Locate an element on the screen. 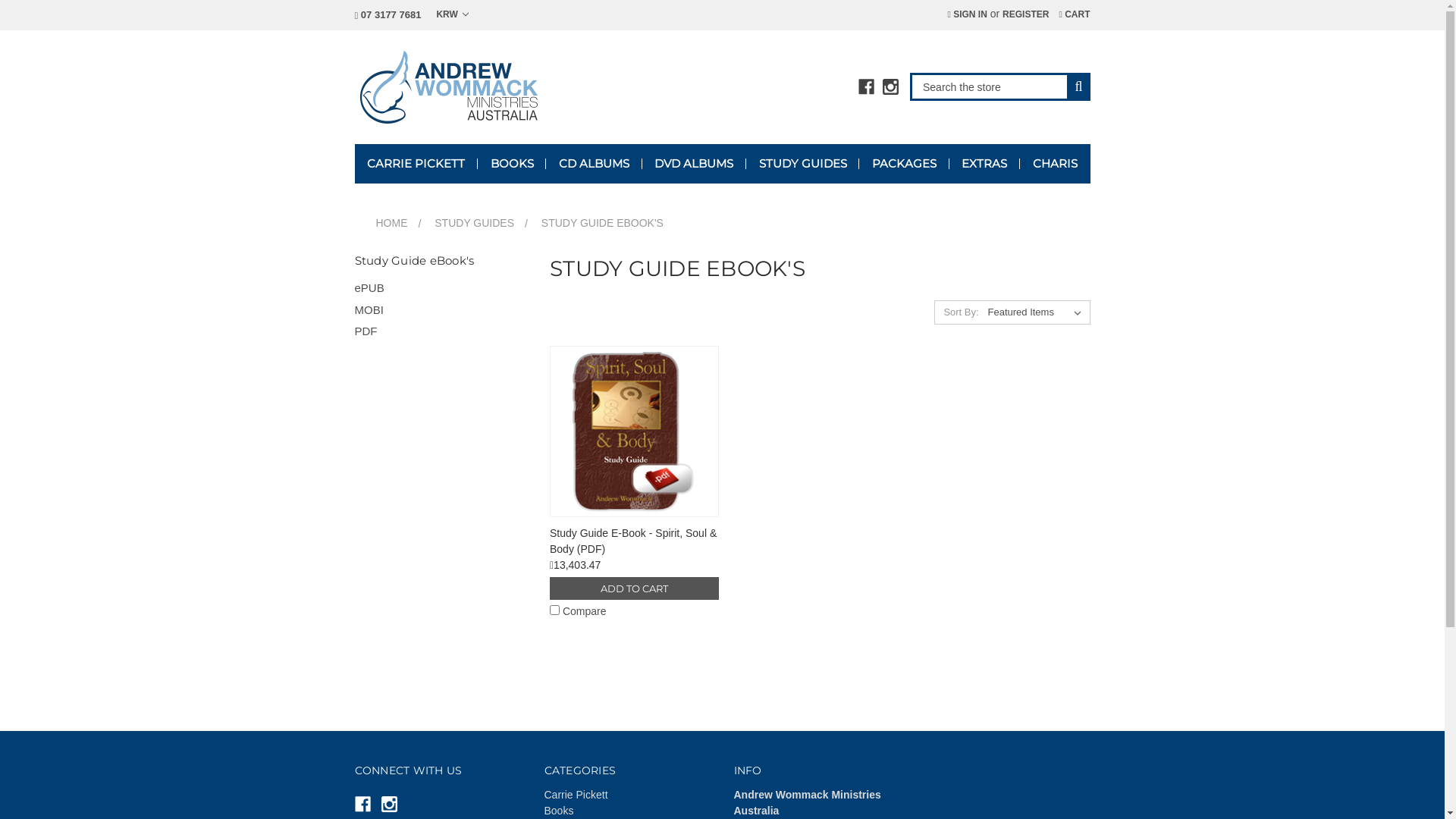 The image size is (1456, 819). 'Carrie Pickett' is located at coordinates (544, 794).